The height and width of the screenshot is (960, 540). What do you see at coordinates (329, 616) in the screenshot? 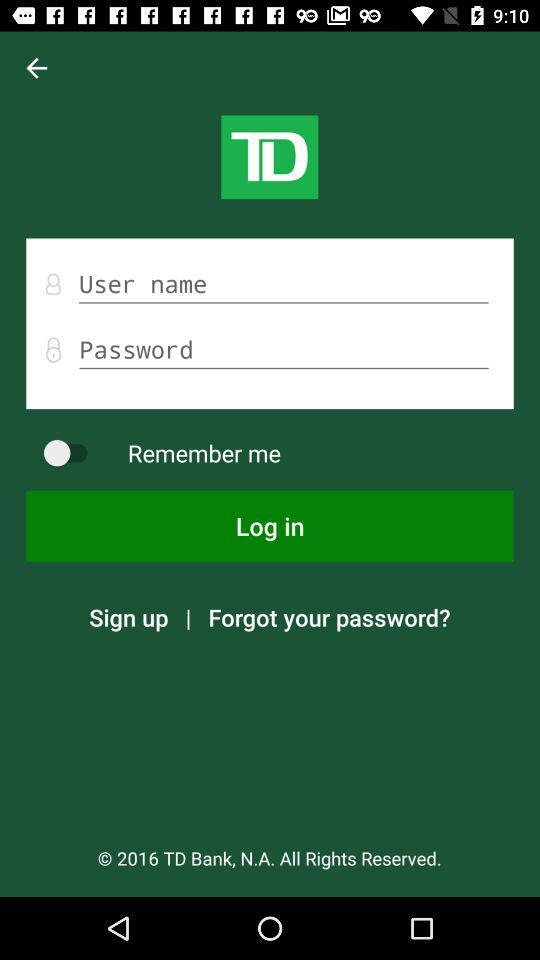
I see `item below the log in icon` at bounding box center [329, 616].